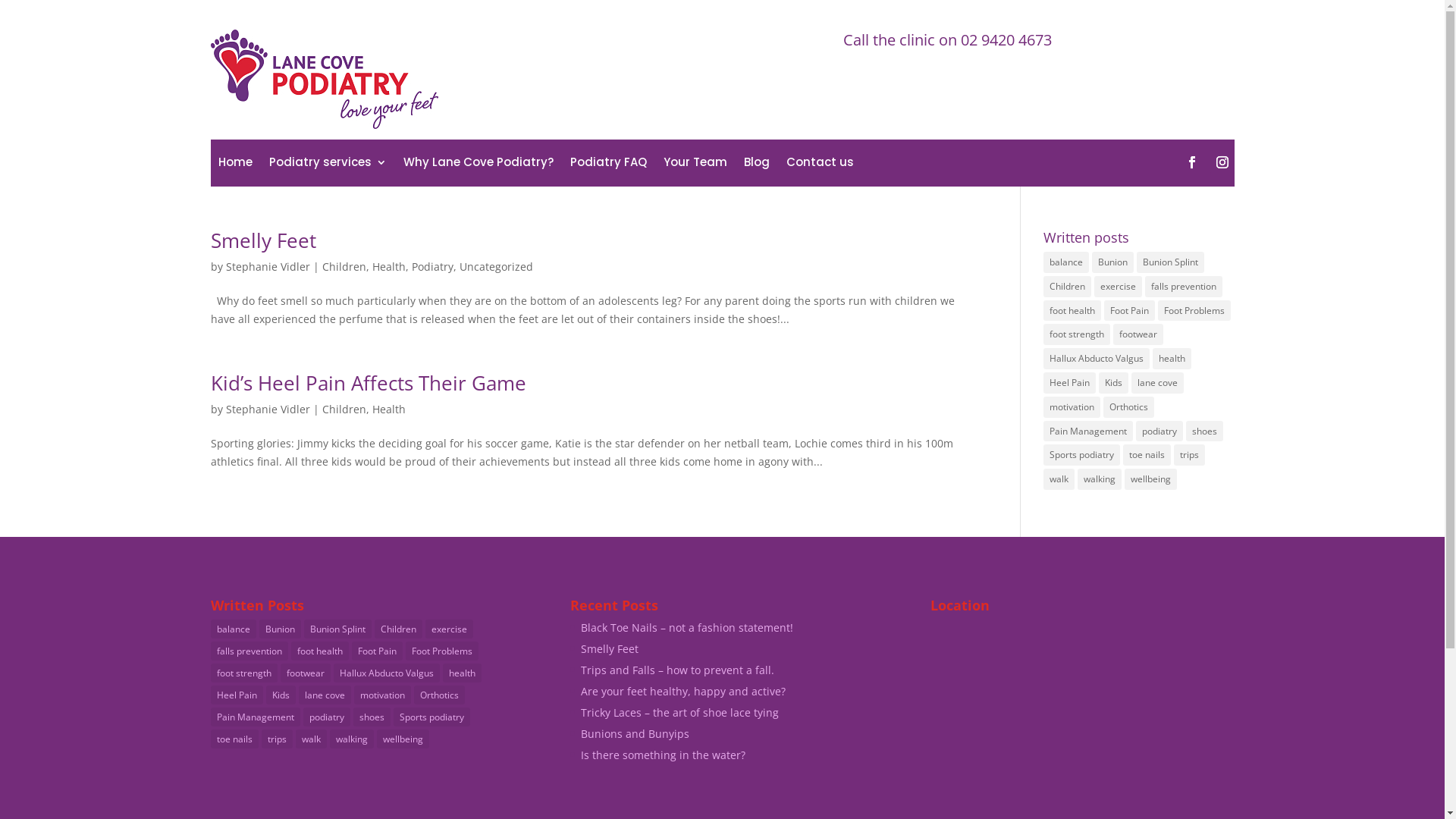  I want to click on 'balance', so click(232, 629).